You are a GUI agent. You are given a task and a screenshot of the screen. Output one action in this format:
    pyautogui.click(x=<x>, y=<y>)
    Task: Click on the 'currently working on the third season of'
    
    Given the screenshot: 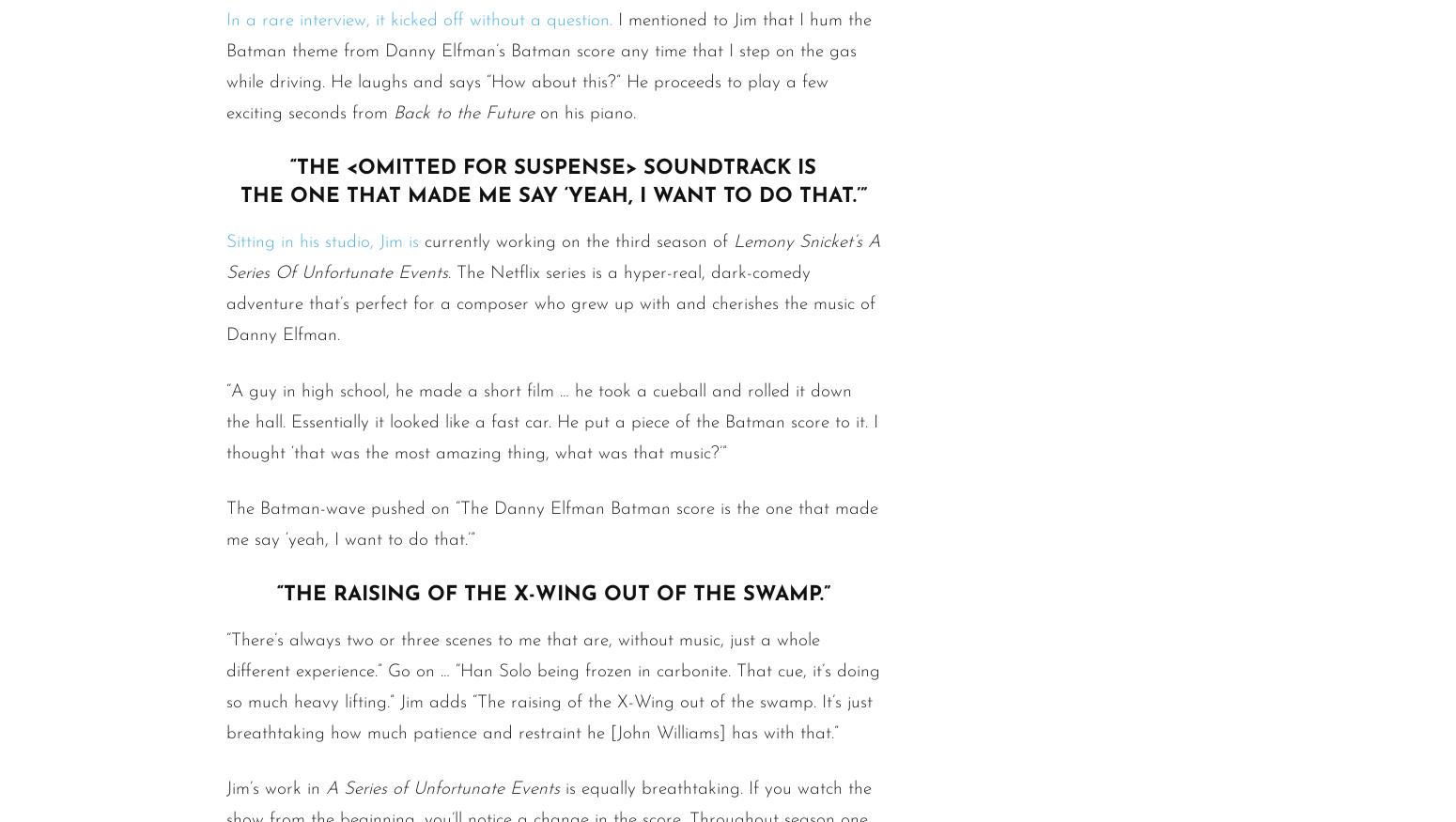 What is the action you would take?
    pyautogui.click(x=576, y=241)
    